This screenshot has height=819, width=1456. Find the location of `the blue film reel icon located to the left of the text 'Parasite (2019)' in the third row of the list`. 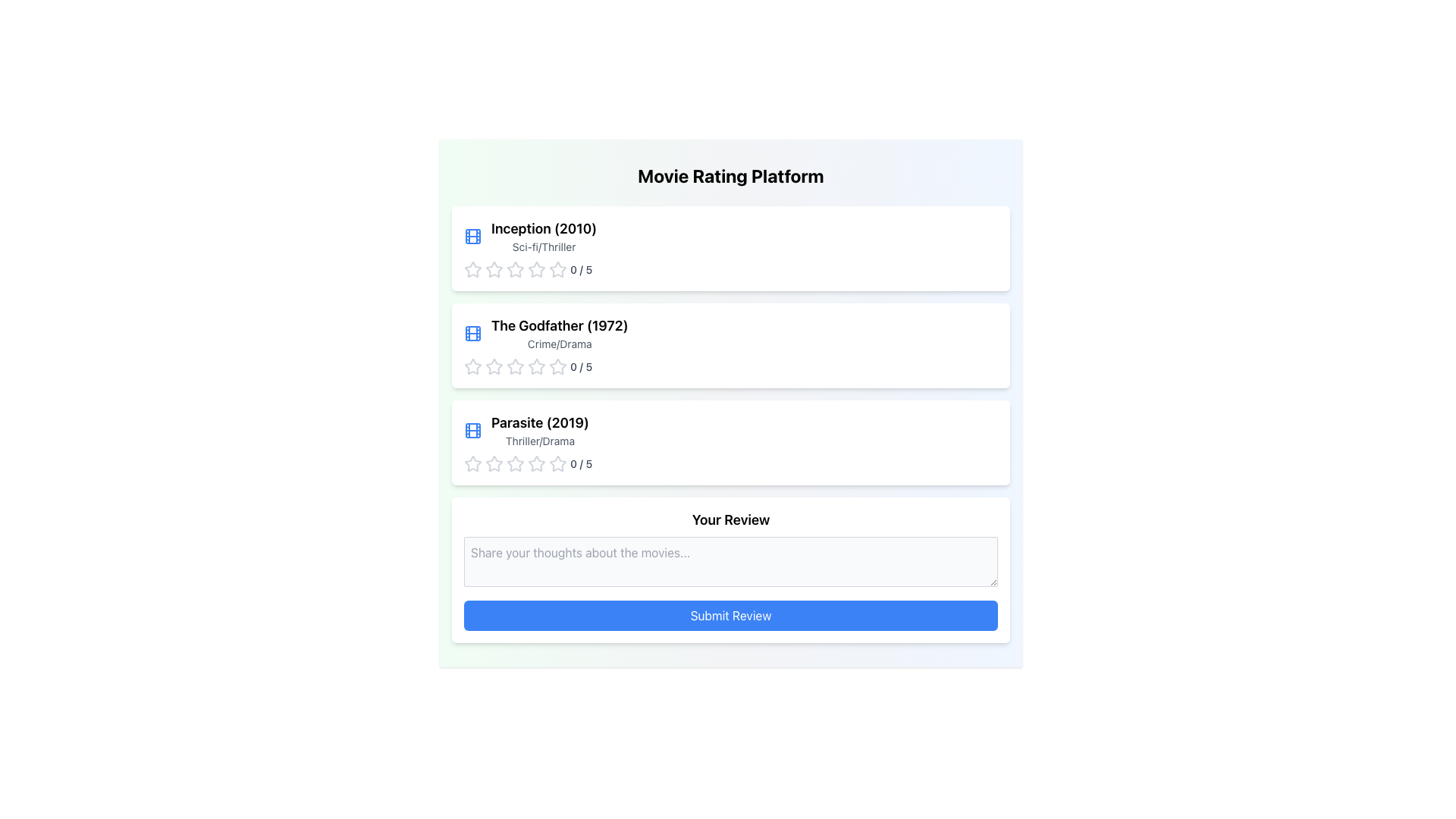

the blue film reel icon located to the left of the text 'Parasite (2019)' in the third row of the list is located at coordinates (472, 430).